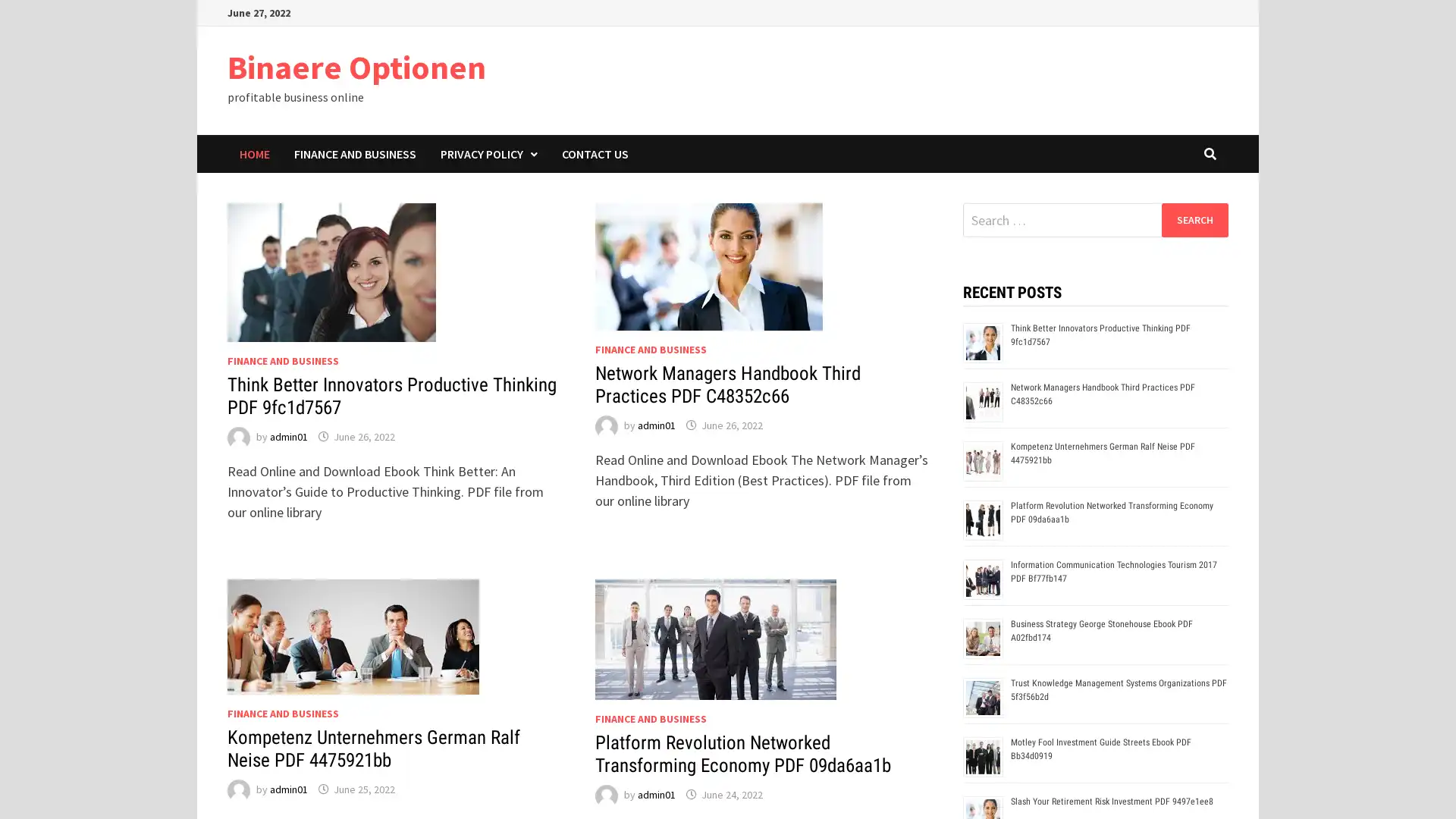 The width and height of the screenshot is (1456, 819). Describe the element at coordinates (1194, 219) in the screenshot. I see `Search` at that location.